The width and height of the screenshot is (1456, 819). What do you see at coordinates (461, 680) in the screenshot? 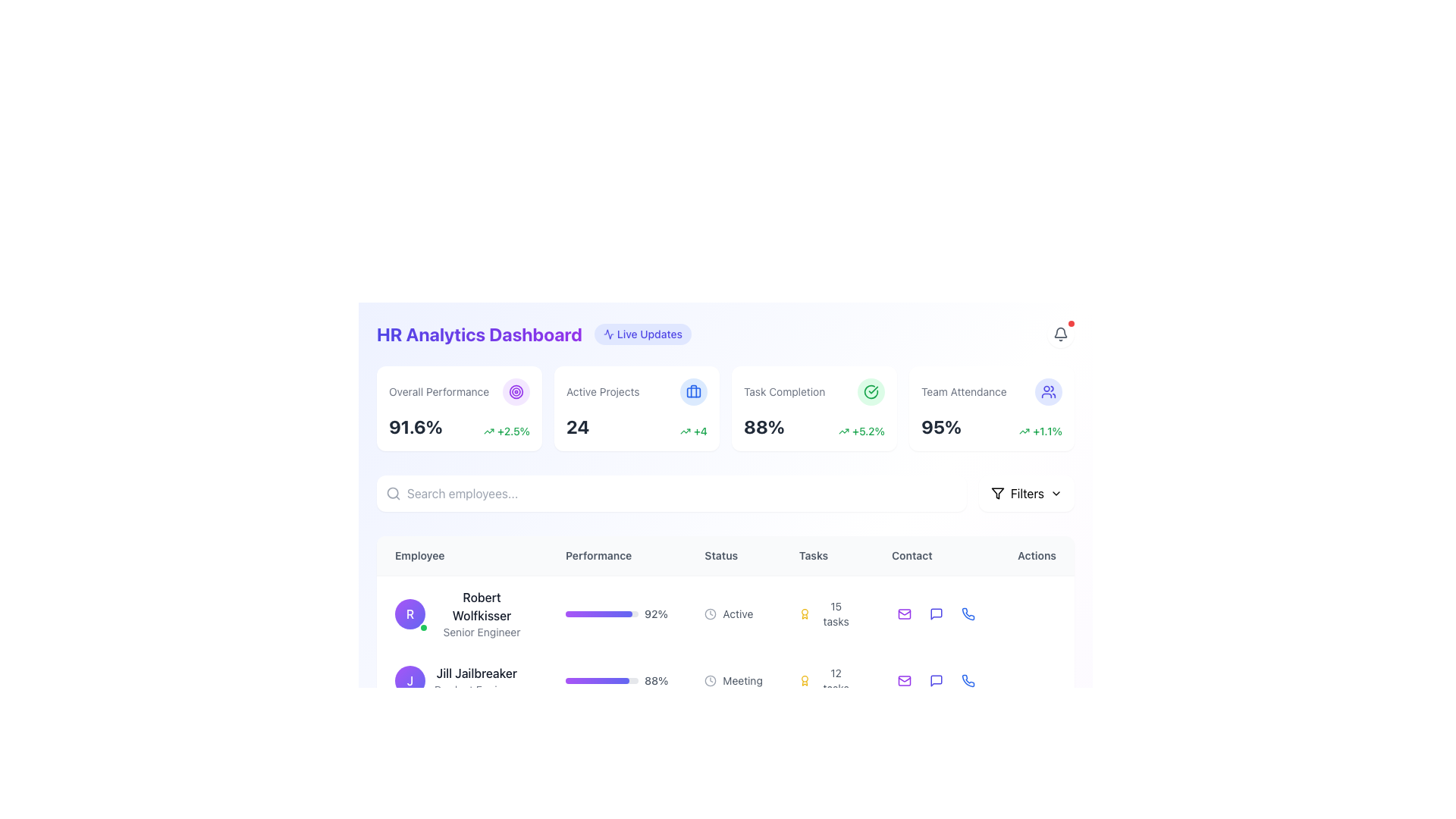
I see `the Profile item in the second row of the employee table` at bounding box center [461, 680].